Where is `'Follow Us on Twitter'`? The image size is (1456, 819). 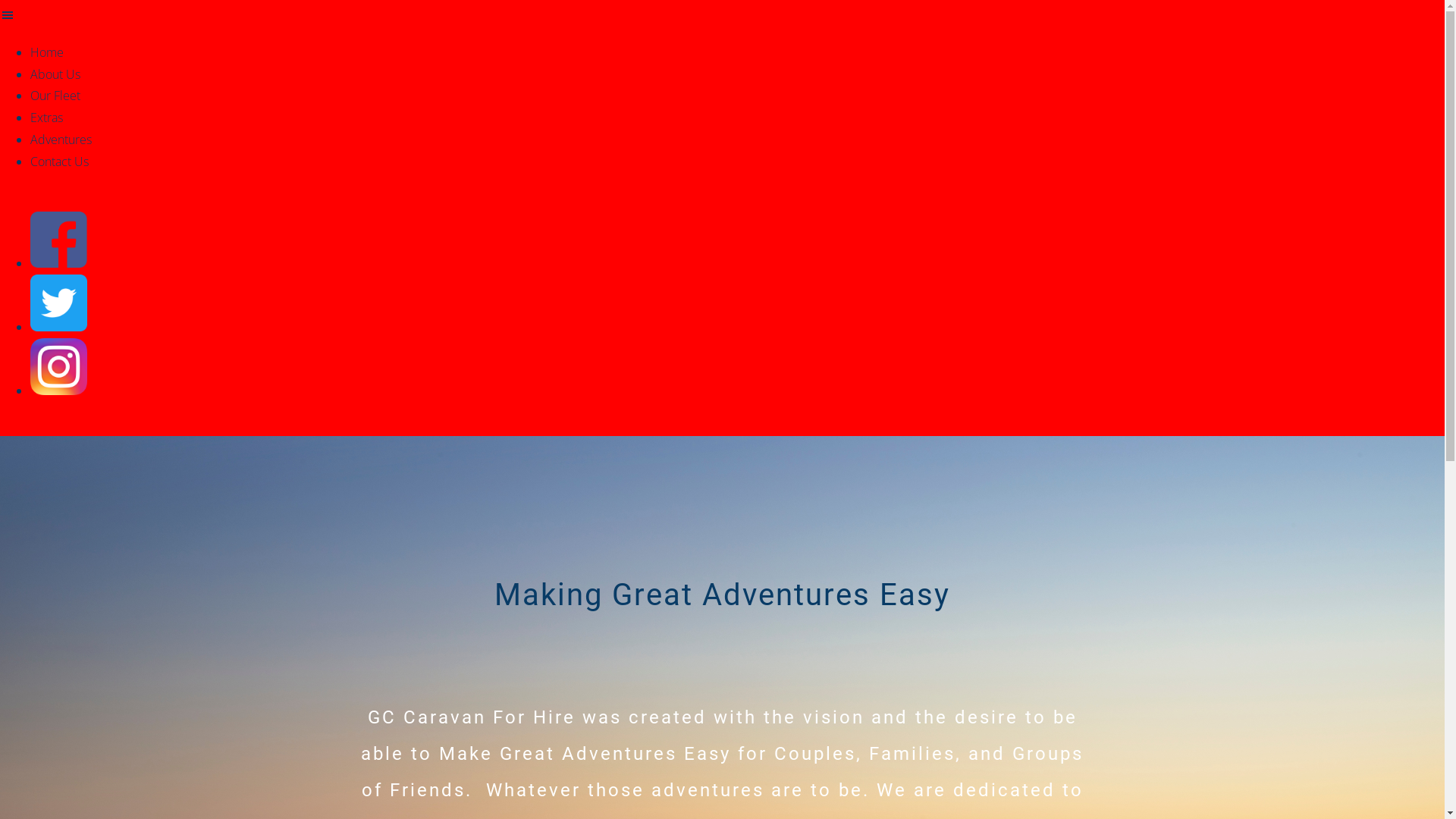
'Follow Us on Twitter' is located at coordinates (58, 326).